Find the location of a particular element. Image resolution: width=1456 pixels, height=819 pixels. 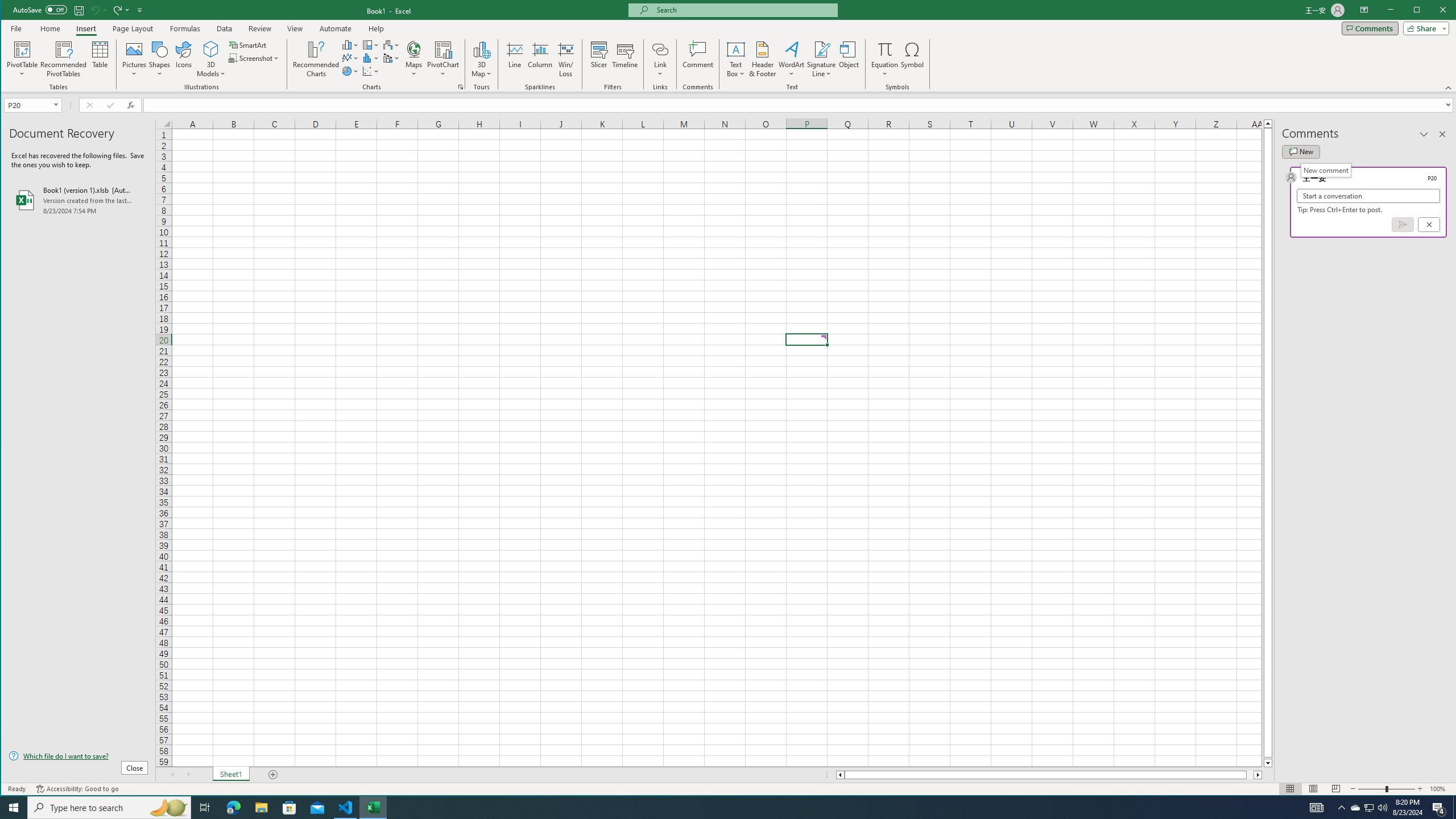

'Link' is located at coordinates (659, 48).